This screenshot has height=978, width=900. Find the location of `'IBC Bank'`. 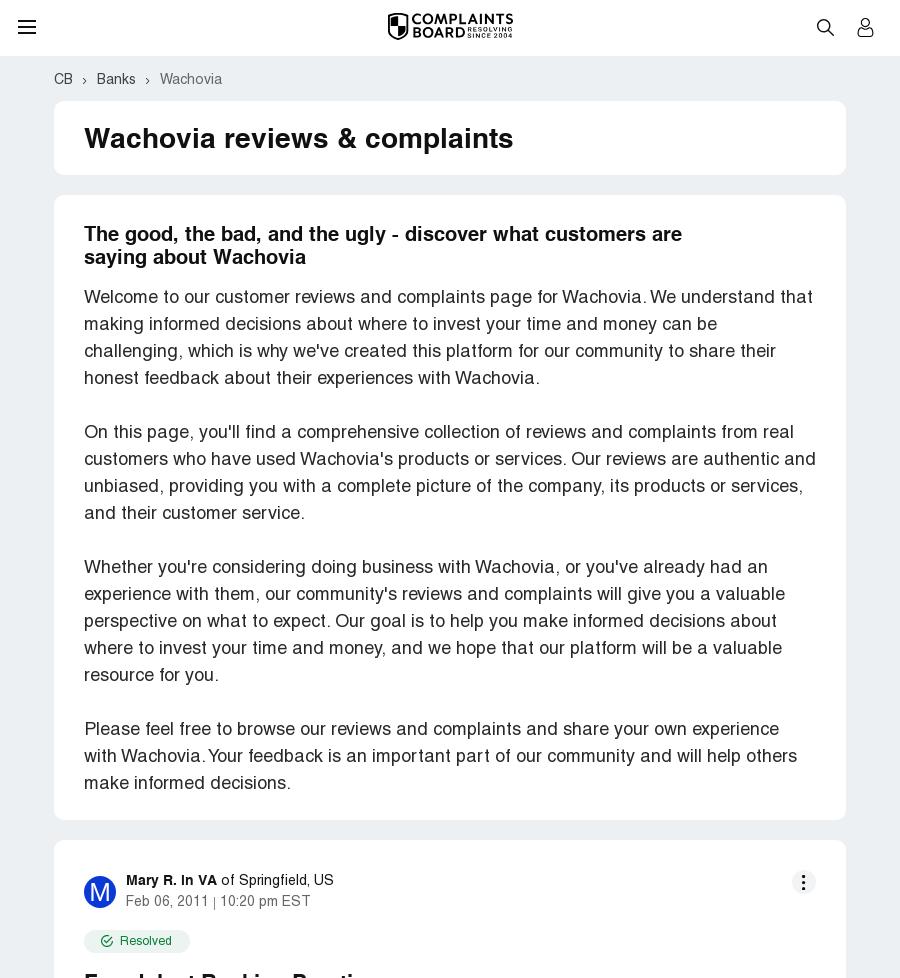

'IBC Bank' is located at coordinates (114, 634).